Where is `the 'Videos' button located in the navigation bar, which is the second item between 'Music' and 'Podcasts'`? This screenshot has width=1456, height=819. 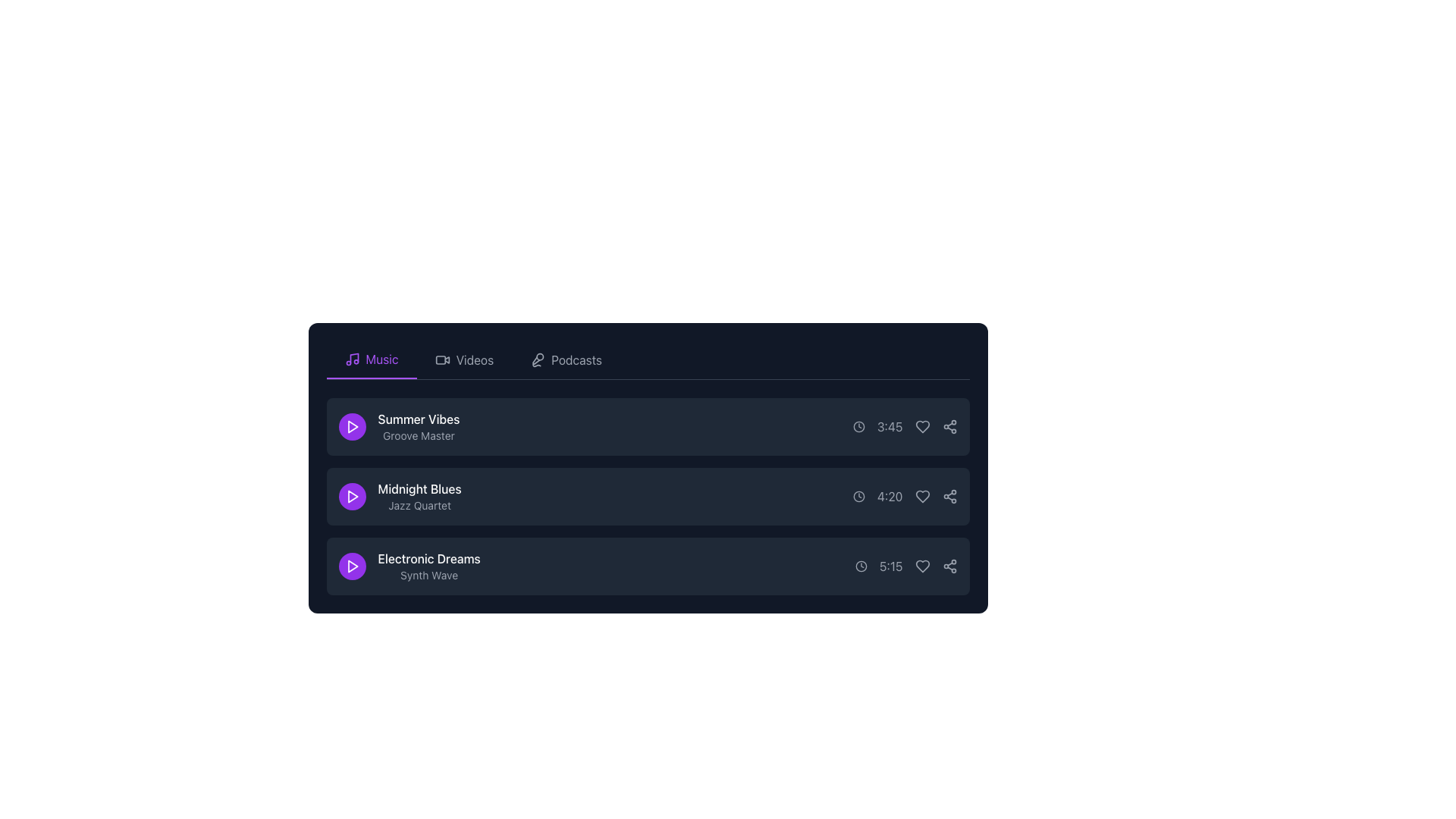
the 'Videos' button located in the navigation bar, which is the second item between 'Music' and 'Podcasts' is located at coordinates (463, 359).